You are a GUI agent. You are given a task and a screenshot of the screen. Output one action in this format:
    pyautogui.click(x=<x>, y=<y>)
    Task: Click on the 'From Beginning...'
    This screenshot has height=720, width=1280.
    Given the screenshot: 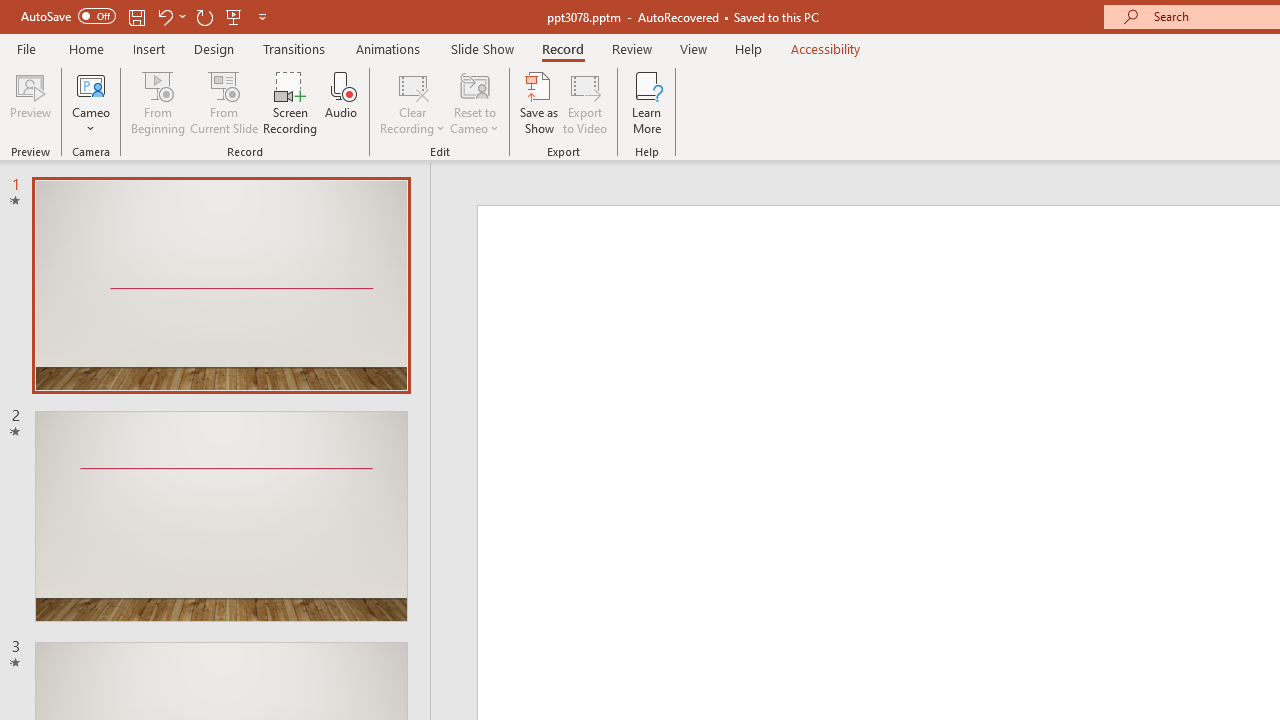 What is the action you would take?
    pyautogui.click(x=157, y=103)
    